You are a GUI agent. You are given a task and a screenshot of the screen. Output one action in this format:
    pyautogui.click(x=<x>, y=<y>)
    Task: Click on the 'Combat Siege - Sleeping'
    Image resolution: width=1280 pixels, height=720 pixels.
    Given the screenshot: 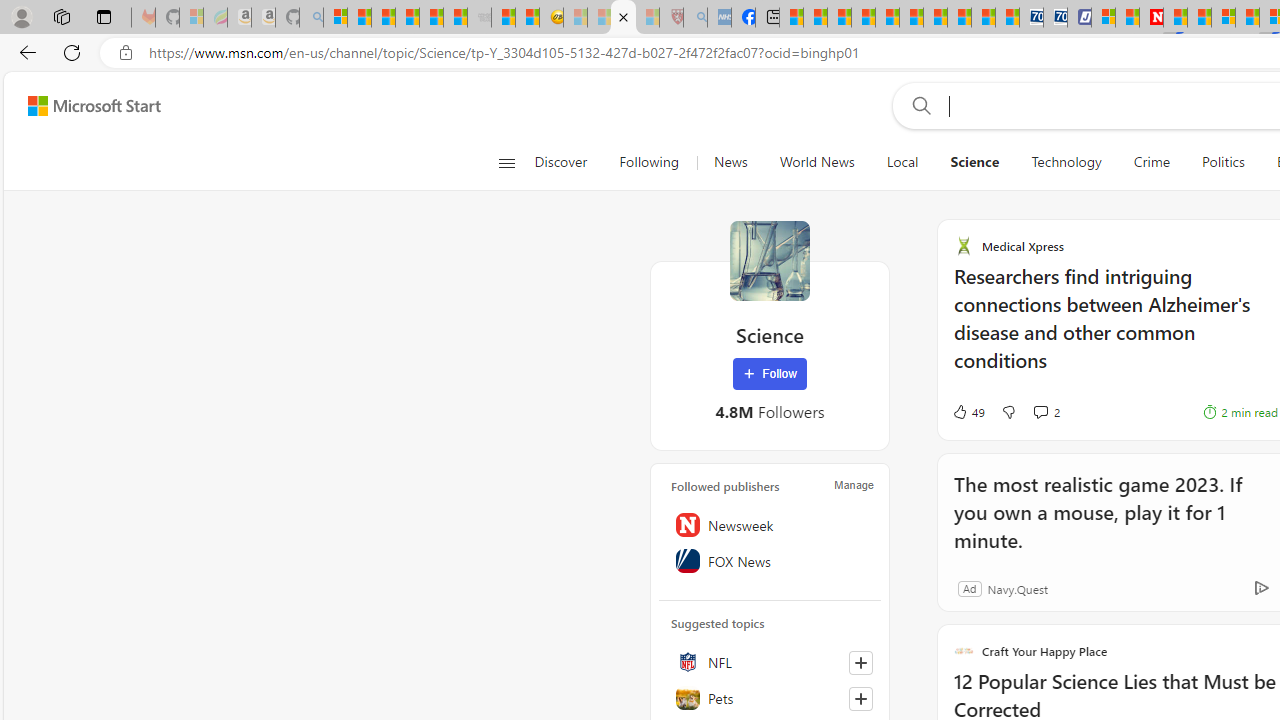 What is the action you would take?
    pyautogui.click(x=480, y=17)
    